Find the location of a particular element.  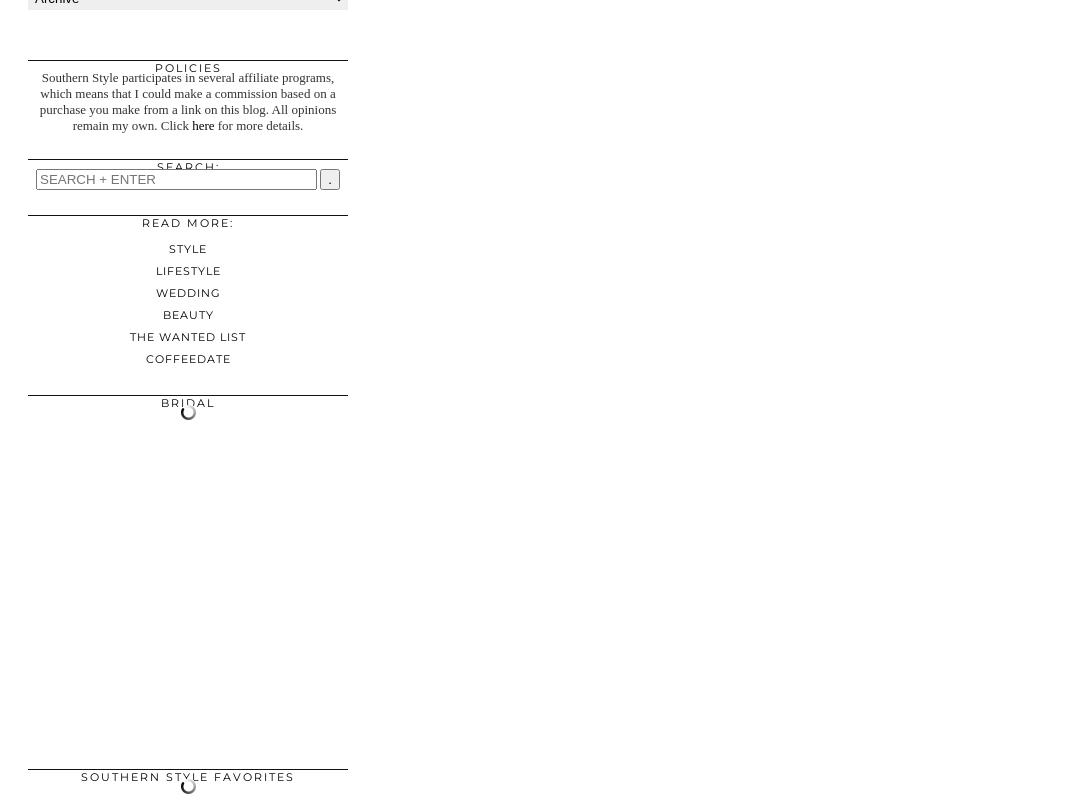

'Bridal' is located at coordinates (187, 402).